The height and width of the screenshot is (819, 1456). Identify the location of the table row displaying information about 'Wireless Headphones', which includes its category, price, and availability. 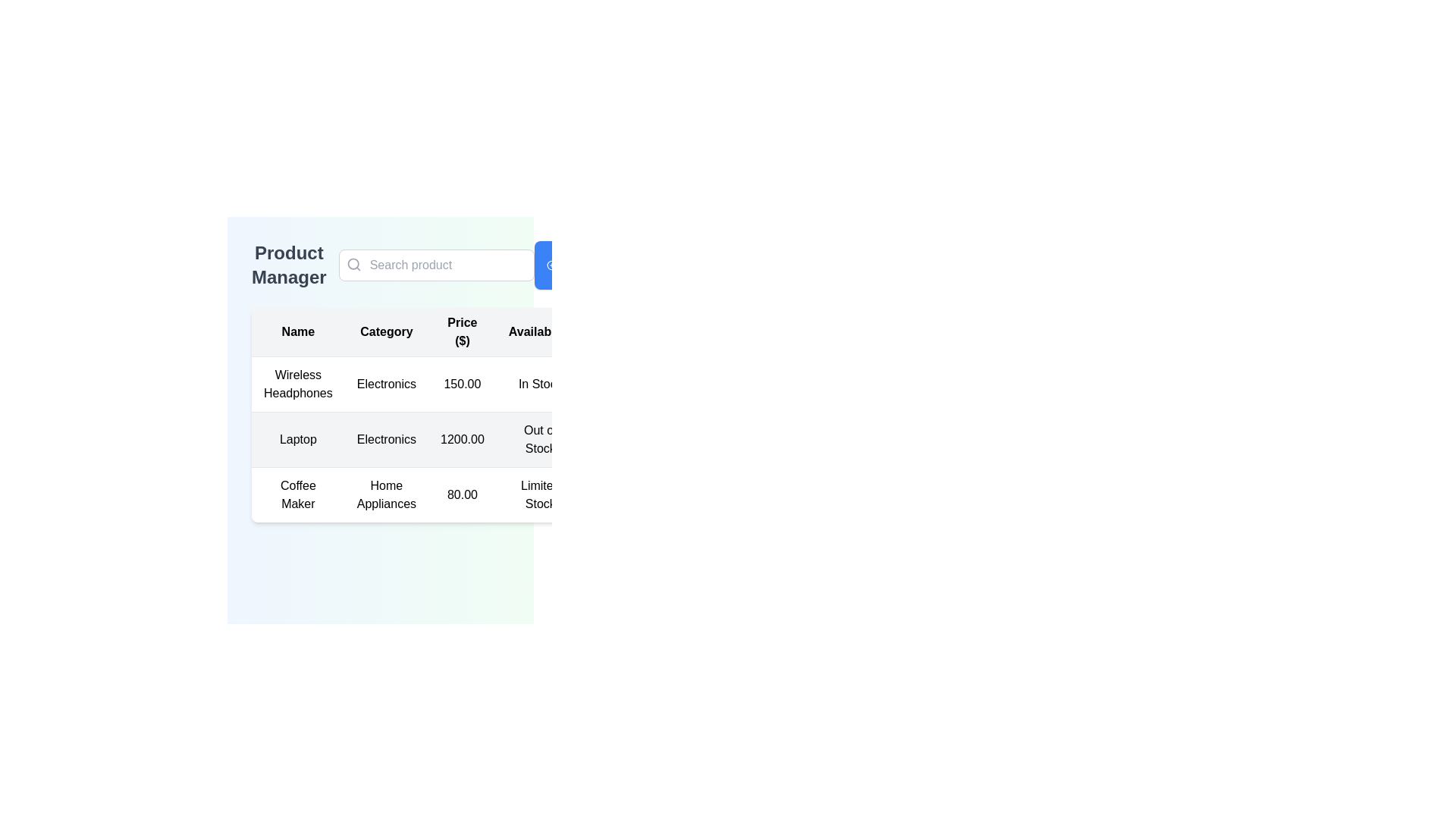
(460, 383).